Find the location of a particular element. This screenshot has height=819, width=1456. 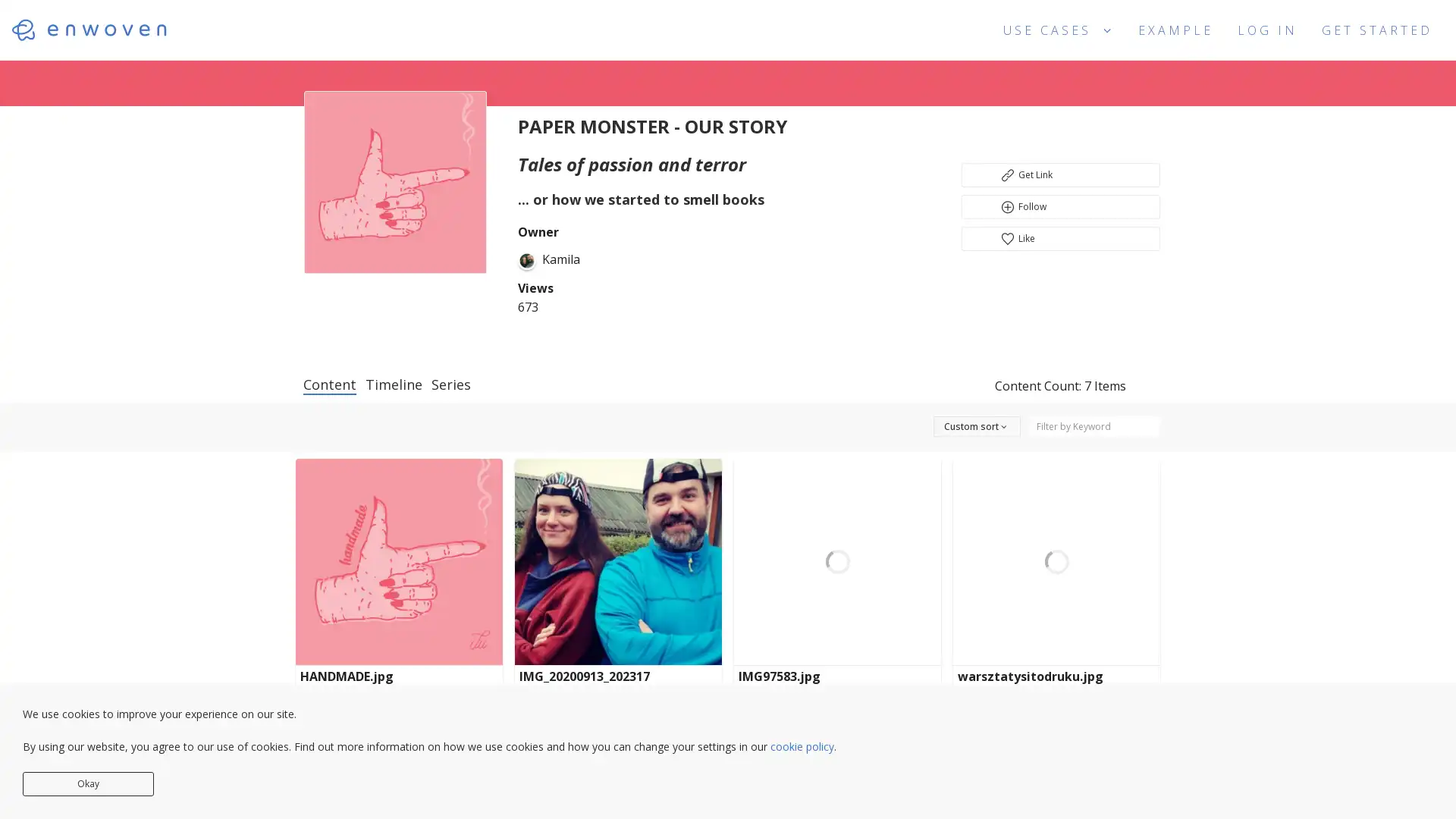

150 views image preview is located at coordinates (399, 561).